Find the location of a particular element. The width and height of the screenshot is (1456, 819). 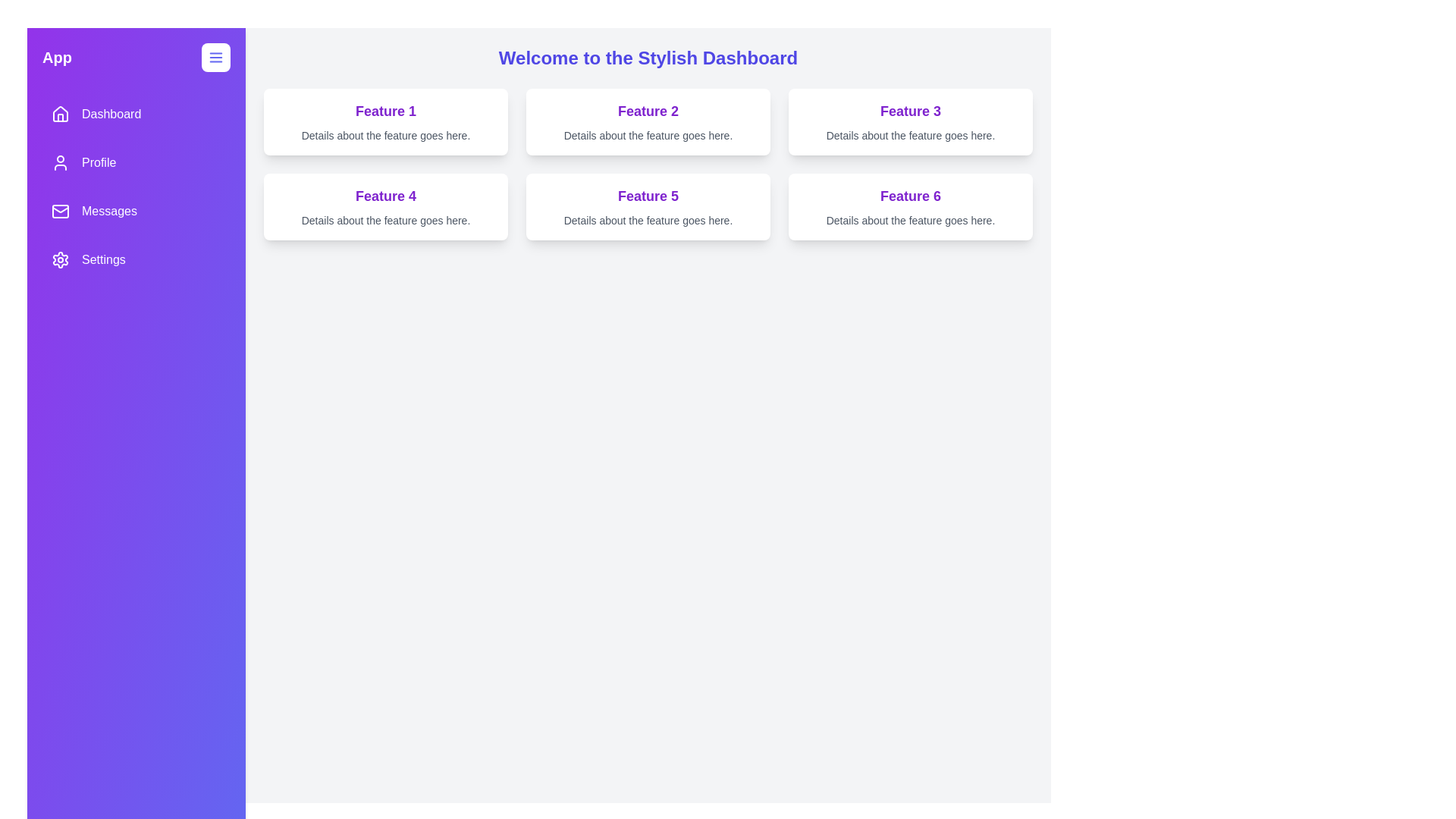

text label that displays 'Details about the feature goes here.' located below the 'Feature 1' heading in the top row, leftmost column of the grid layout is located at coordinates (385, 134).